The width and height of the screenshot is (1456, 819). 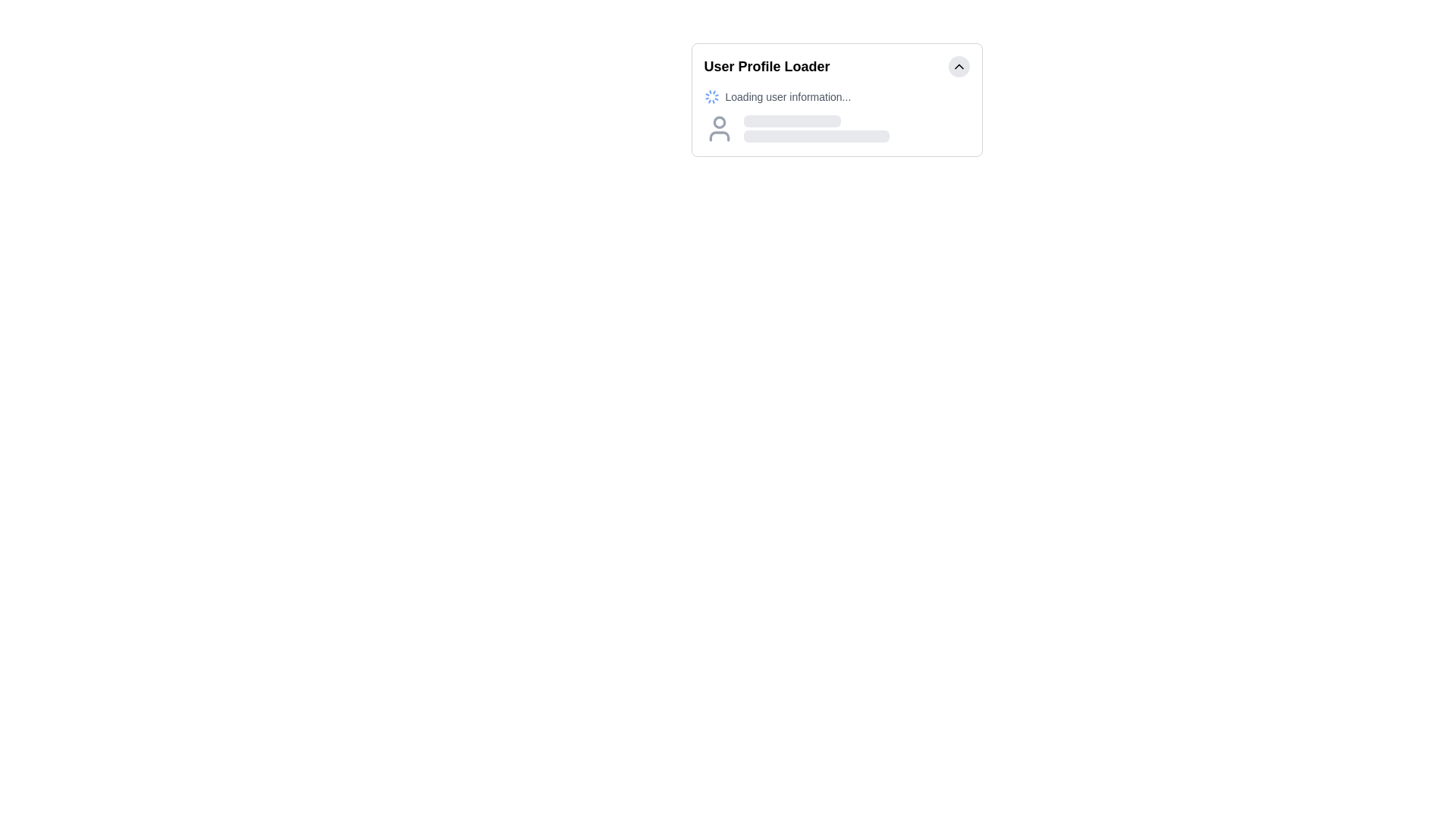 What do you see at coordinates (788, 96) in the screenshot?
I see `the Informative Text element that indicates the loading state of user information, positioned adjacent to the spinning icon and above the user profile placeholder` at bounding box center [788, 96].